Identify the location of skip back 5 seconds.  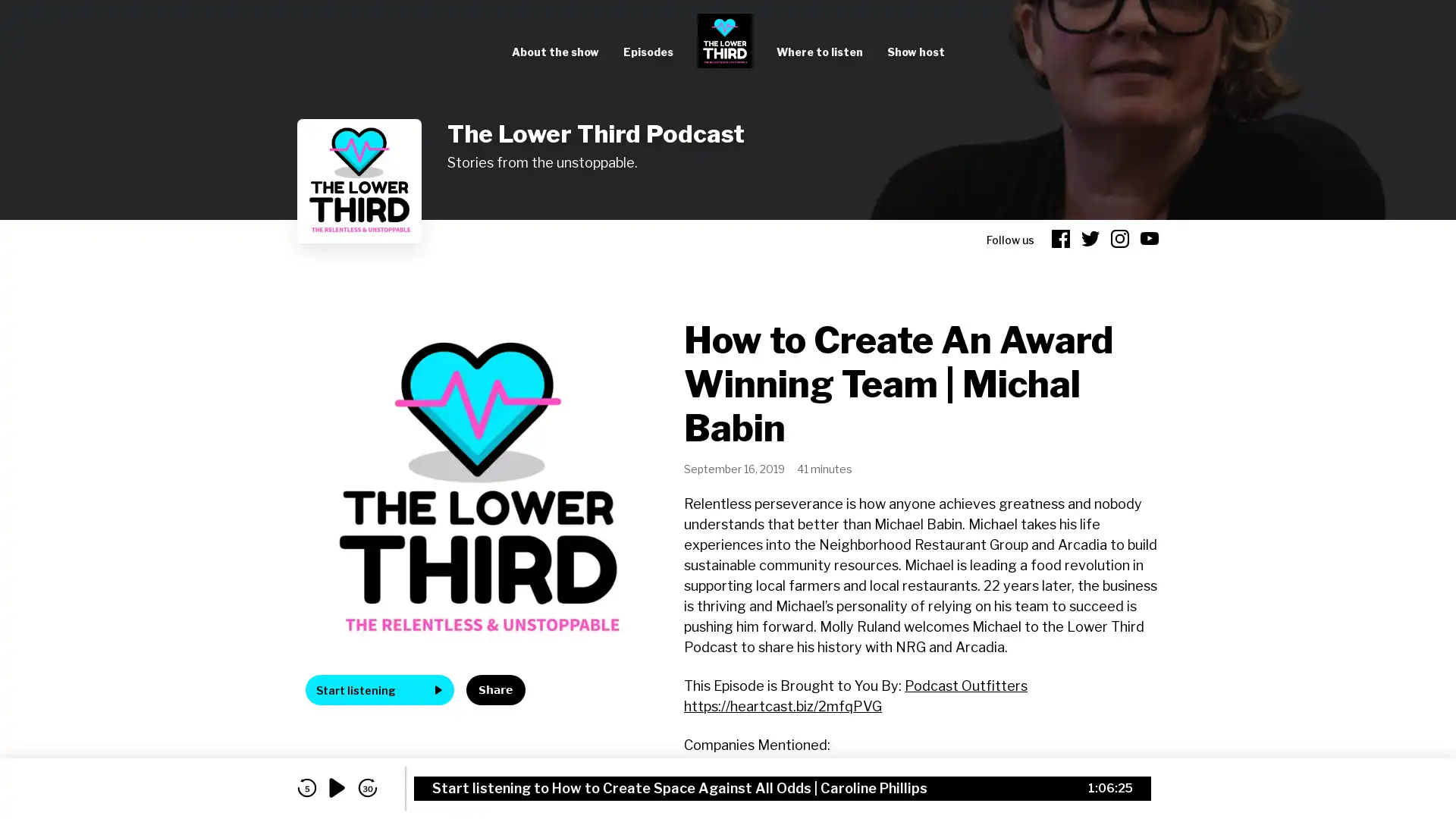
(306, 787).